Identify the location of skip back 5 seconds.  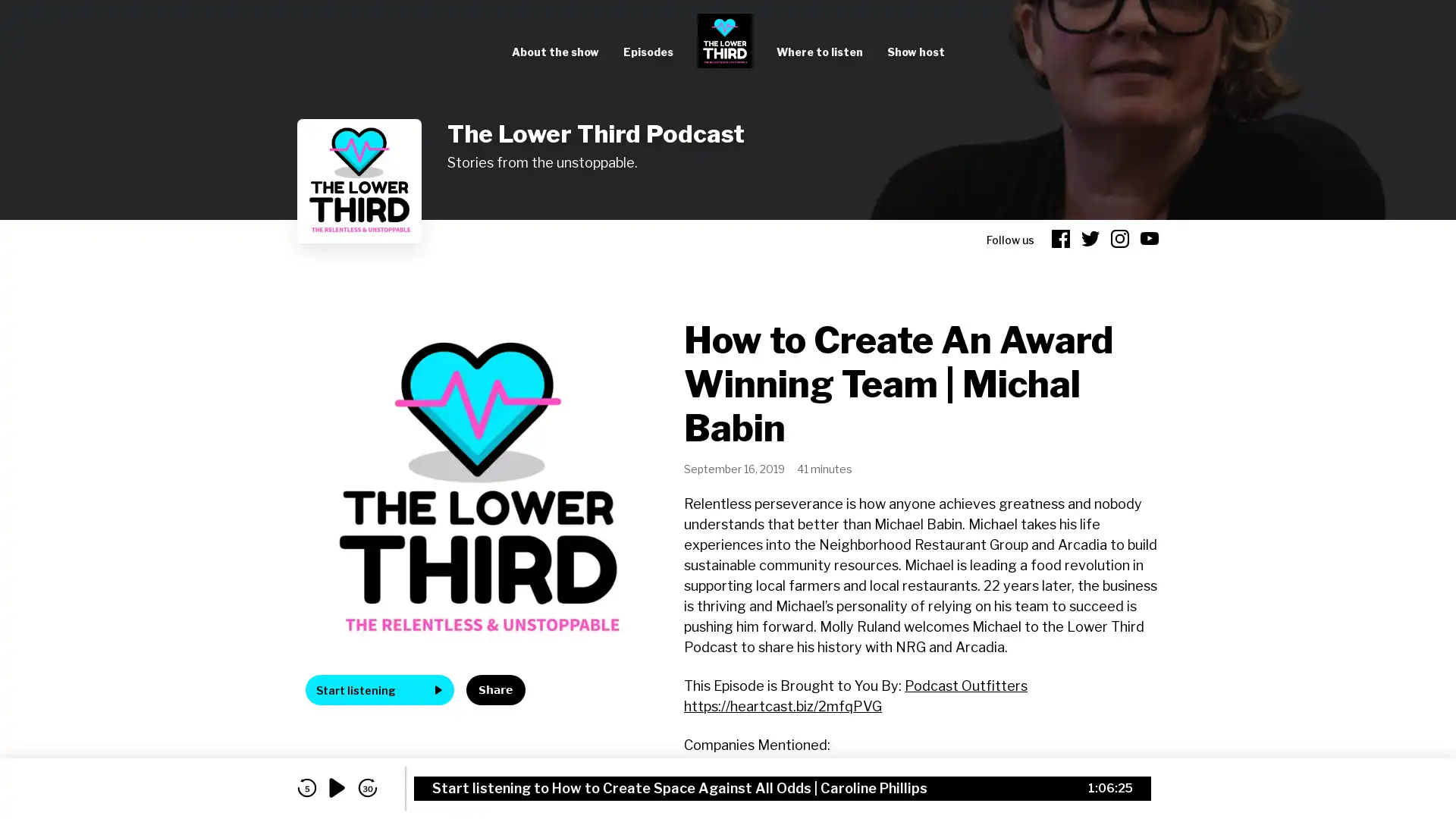
(306, 787).